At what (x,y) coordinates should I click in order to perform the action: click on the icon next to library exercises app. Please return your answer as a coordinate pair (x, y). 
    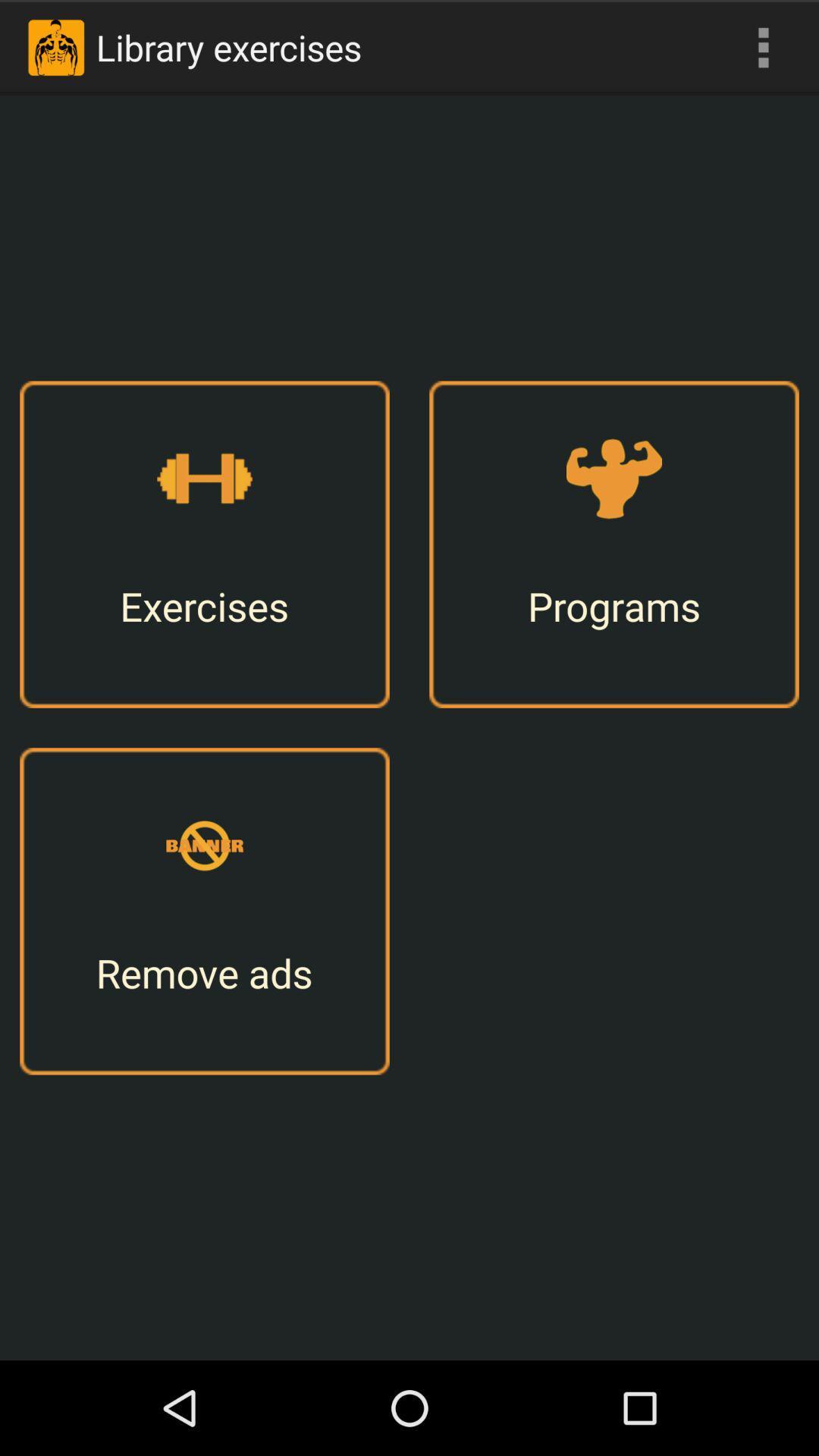
    Looking at the image, I should click on (763, 47).